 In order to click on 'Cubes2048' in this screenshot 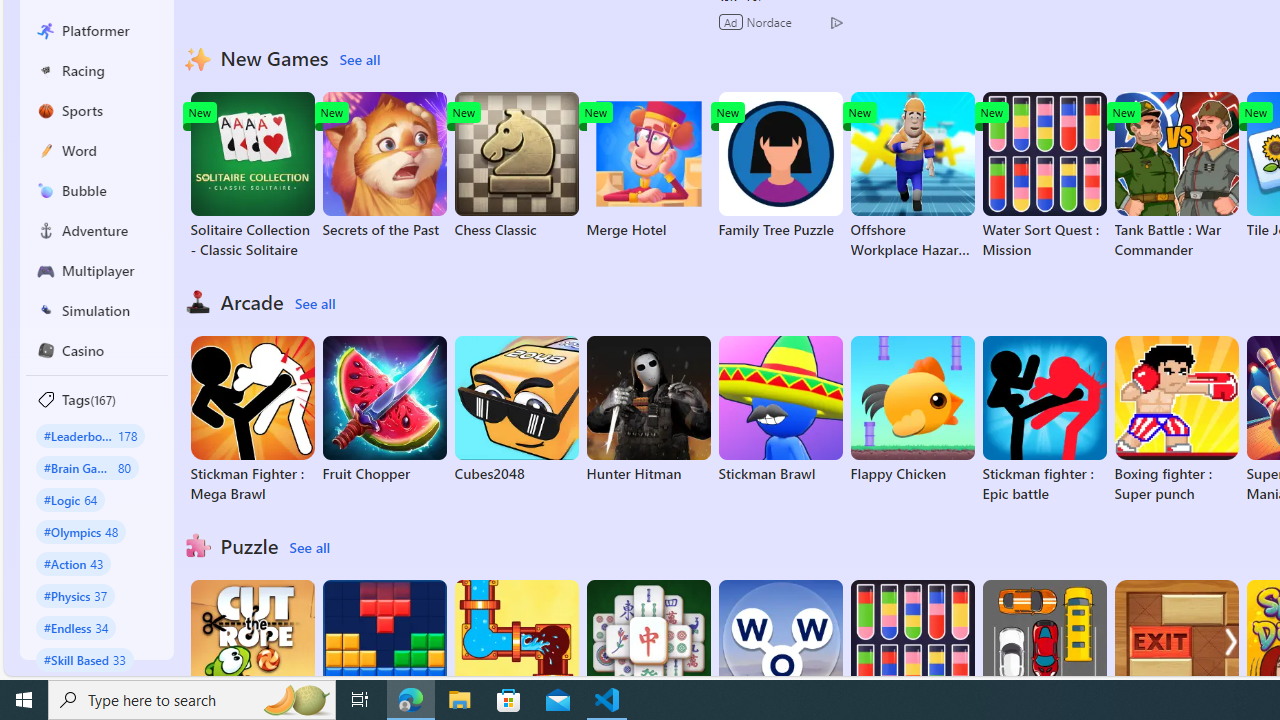, I will do `click(516, 409)`.